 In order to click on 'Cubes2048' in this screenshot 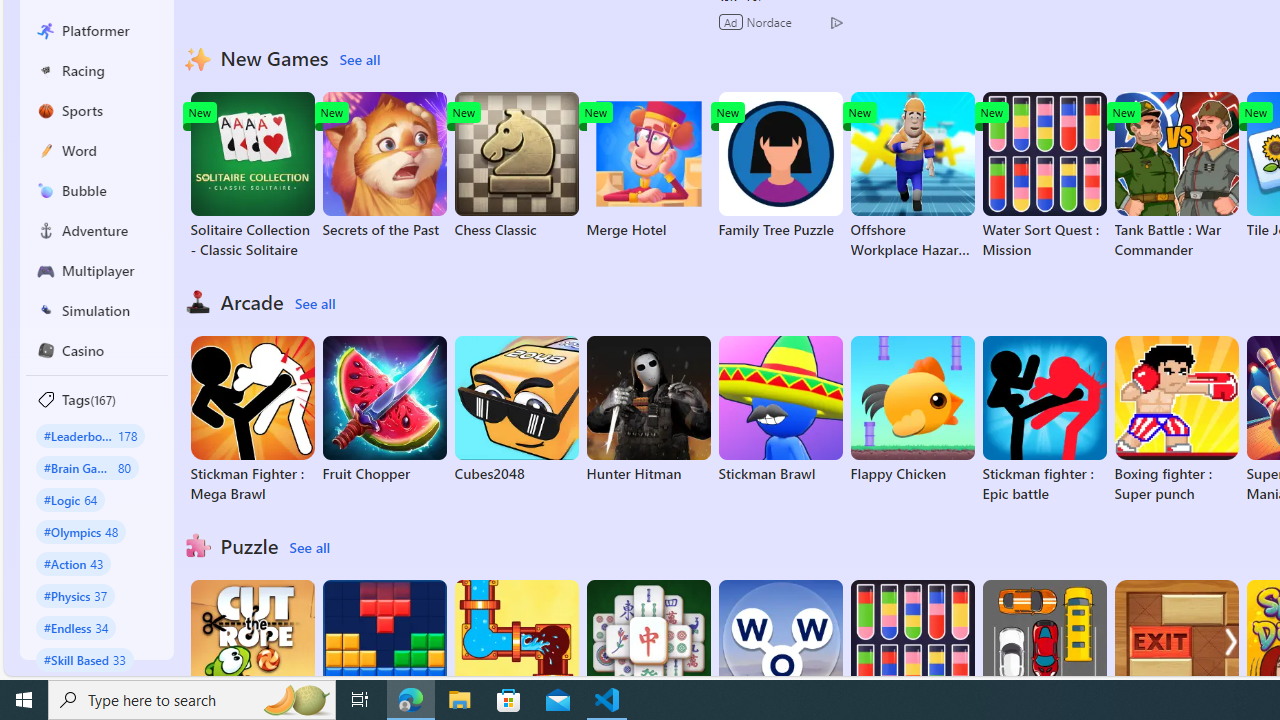, I will do `click(516, 409)`.